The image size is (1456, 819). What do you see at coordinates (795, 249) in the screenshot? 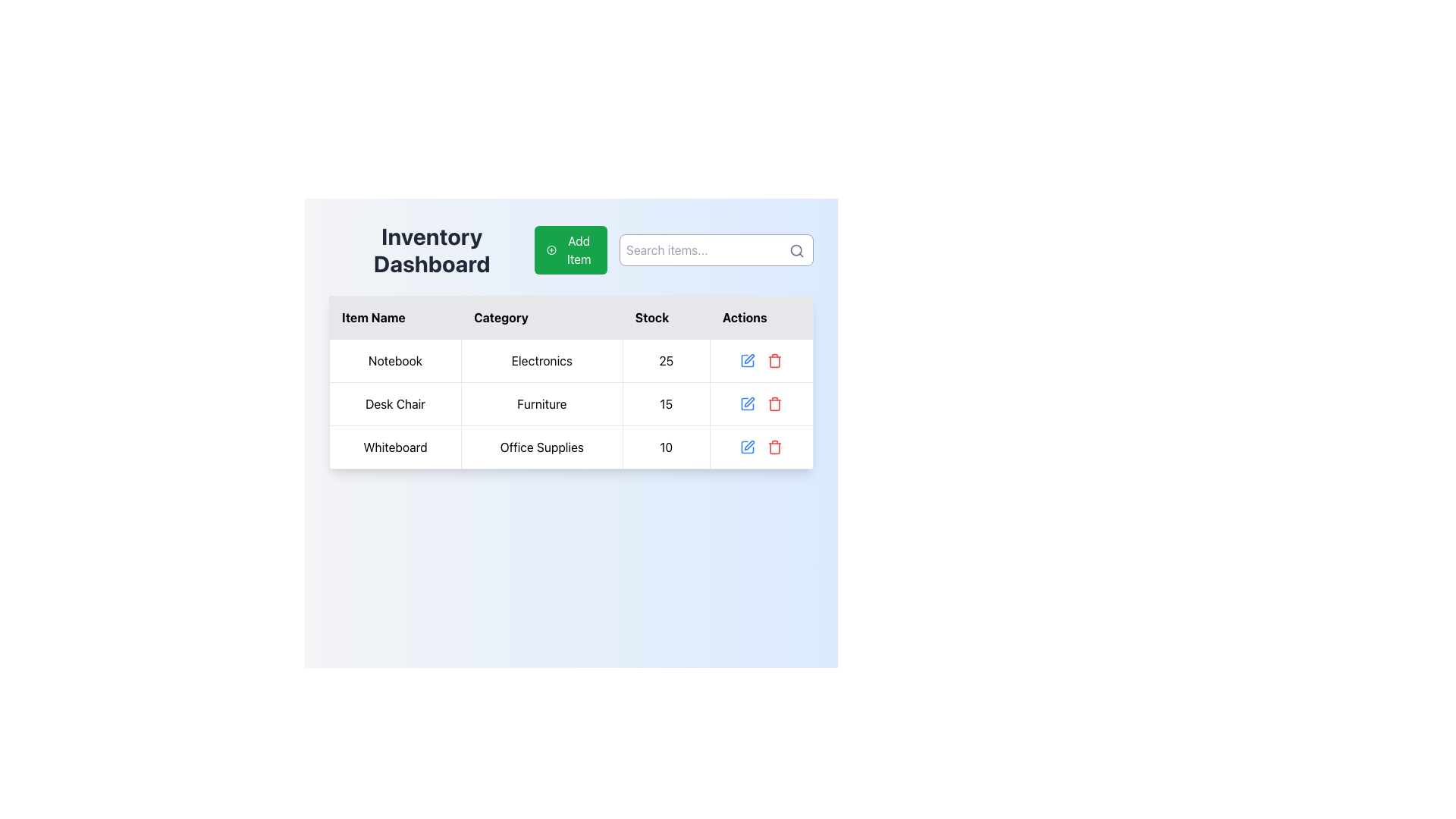
I see `the inner lens of the magnifying glass icon located at the top-right corner of the search bar` at bounding box center [795, 249].